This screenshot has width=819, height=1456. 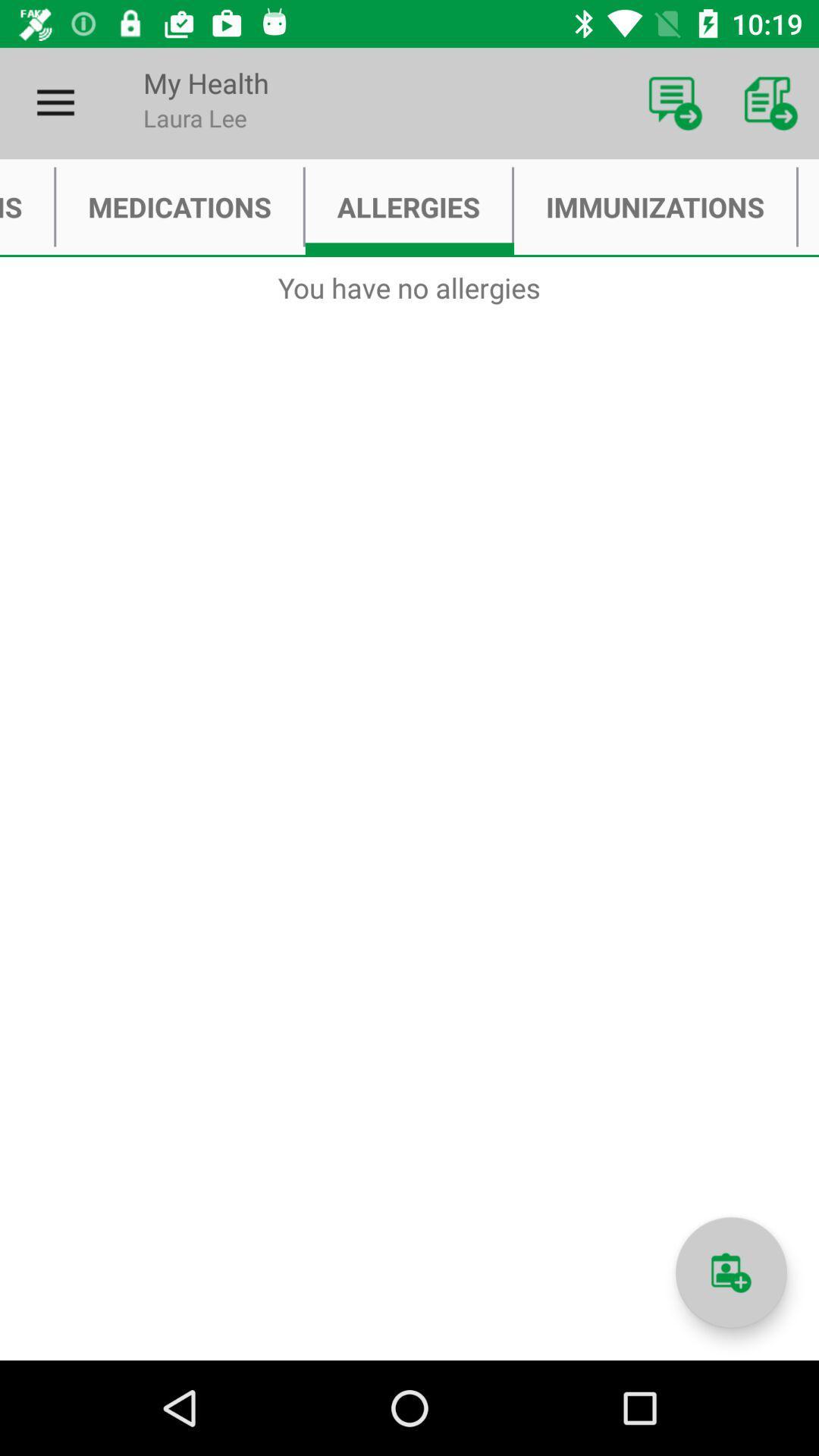 What do you see at coordinates (55, 102) in the screenshot?
I see `icon above the conditions item` at bounding box center [55, 102].